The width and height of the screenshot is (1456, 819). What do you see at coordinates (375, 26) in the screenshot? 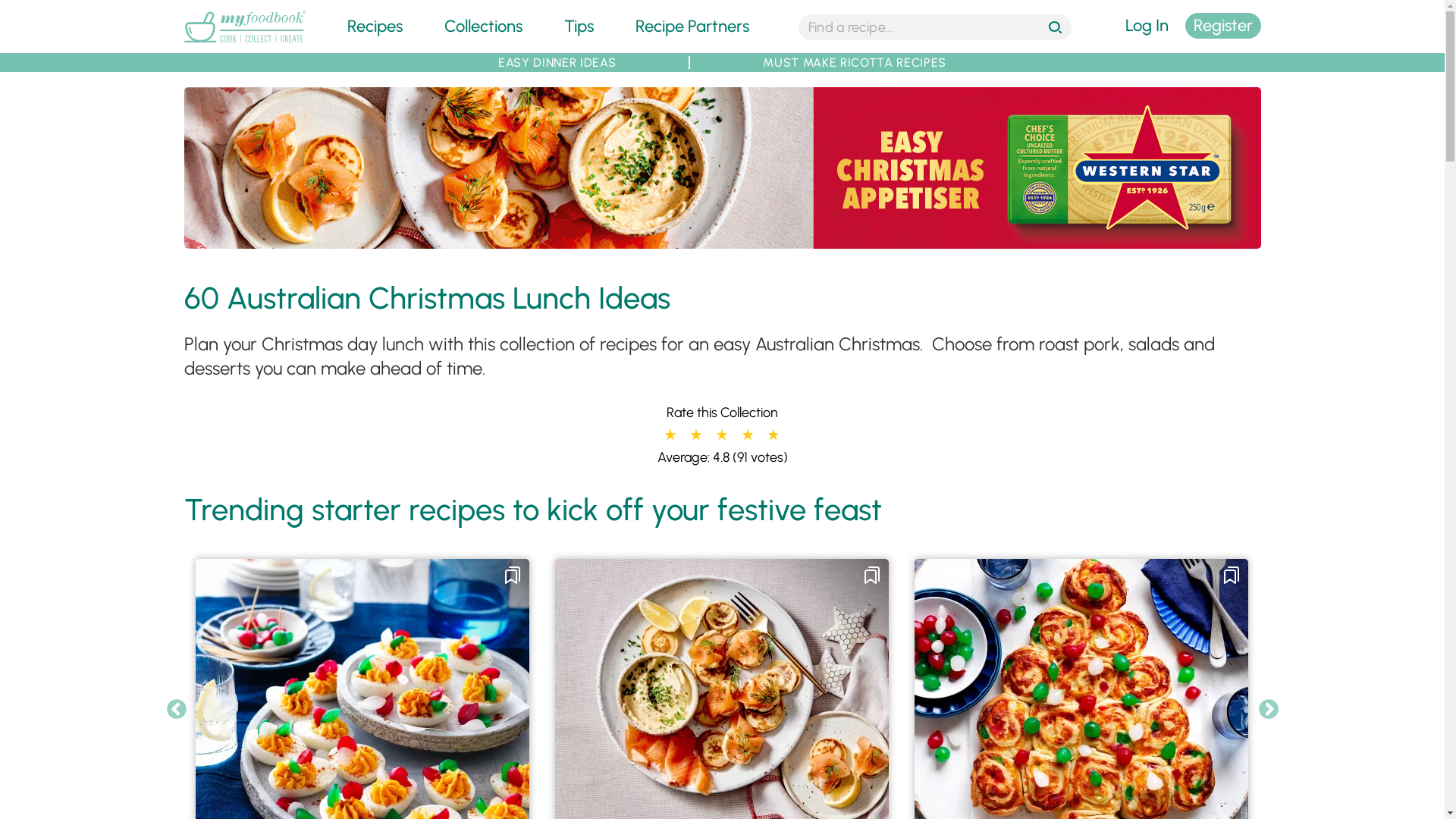
I see `'Recipes'` at bounding box center [375, 26].